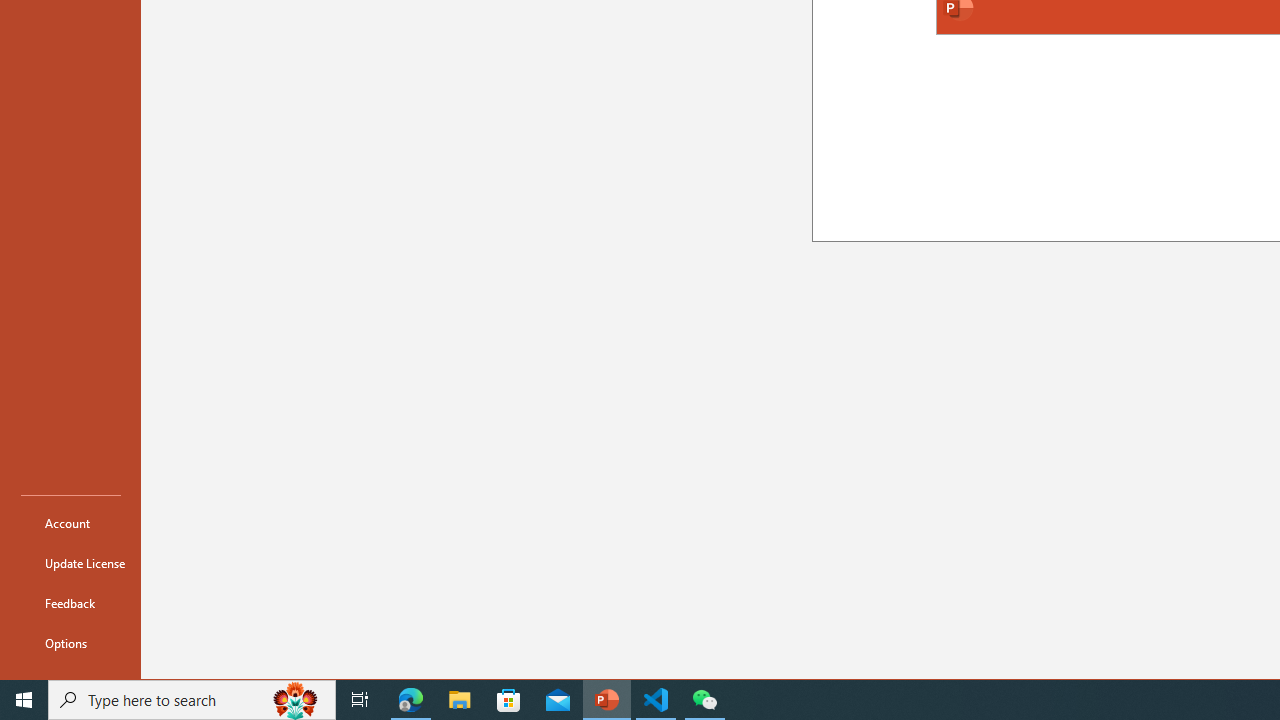 Image resolution: width=1280 pixels, height=720 pixels. I want to click on 'WeChat - 1 running window', so click(705, 698).